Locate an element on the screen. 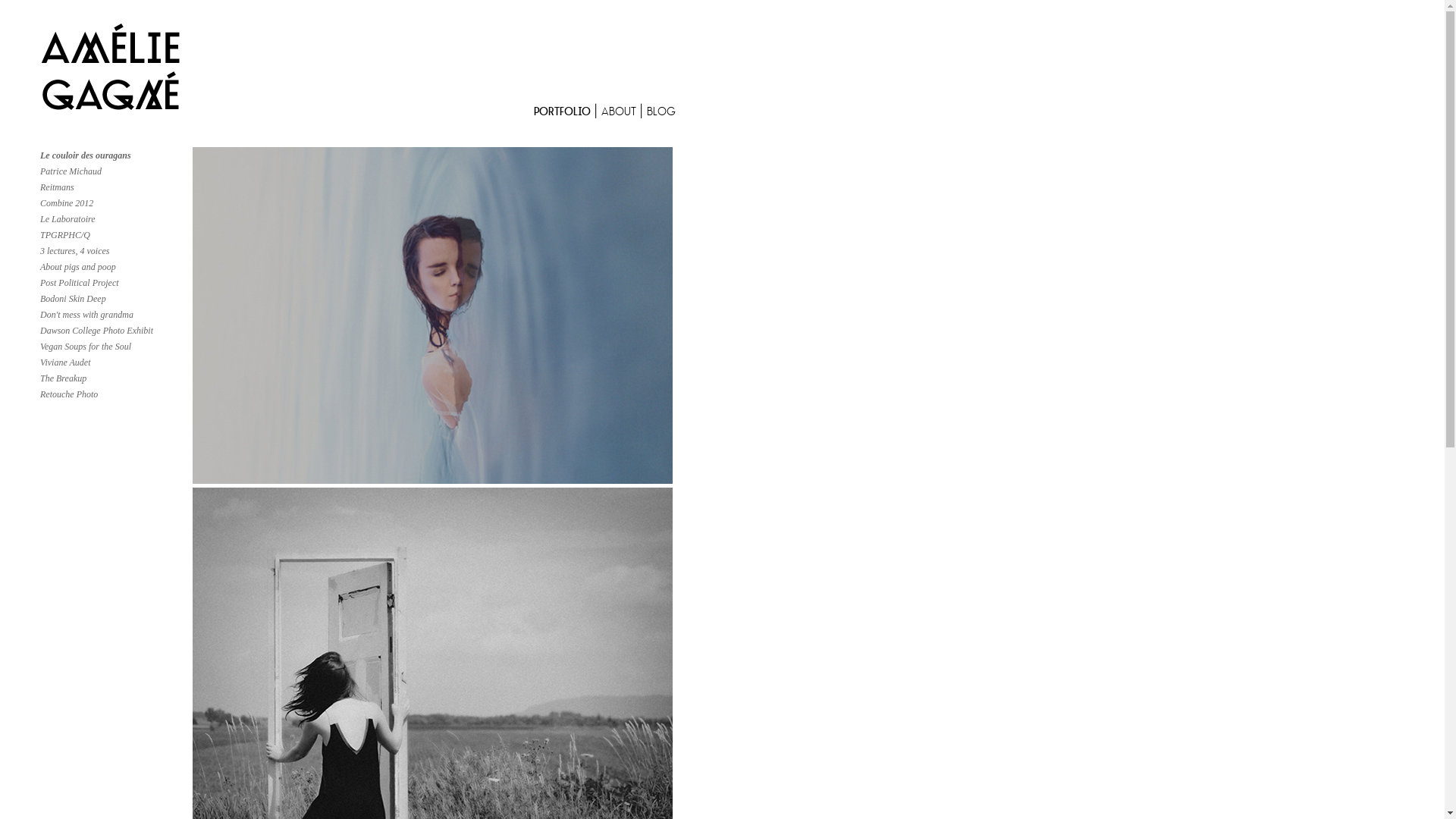 Image resolution: width=1456 pixels, height=819 pixels. 'Don't mess with grandma' is located at coordinates (39, 314).